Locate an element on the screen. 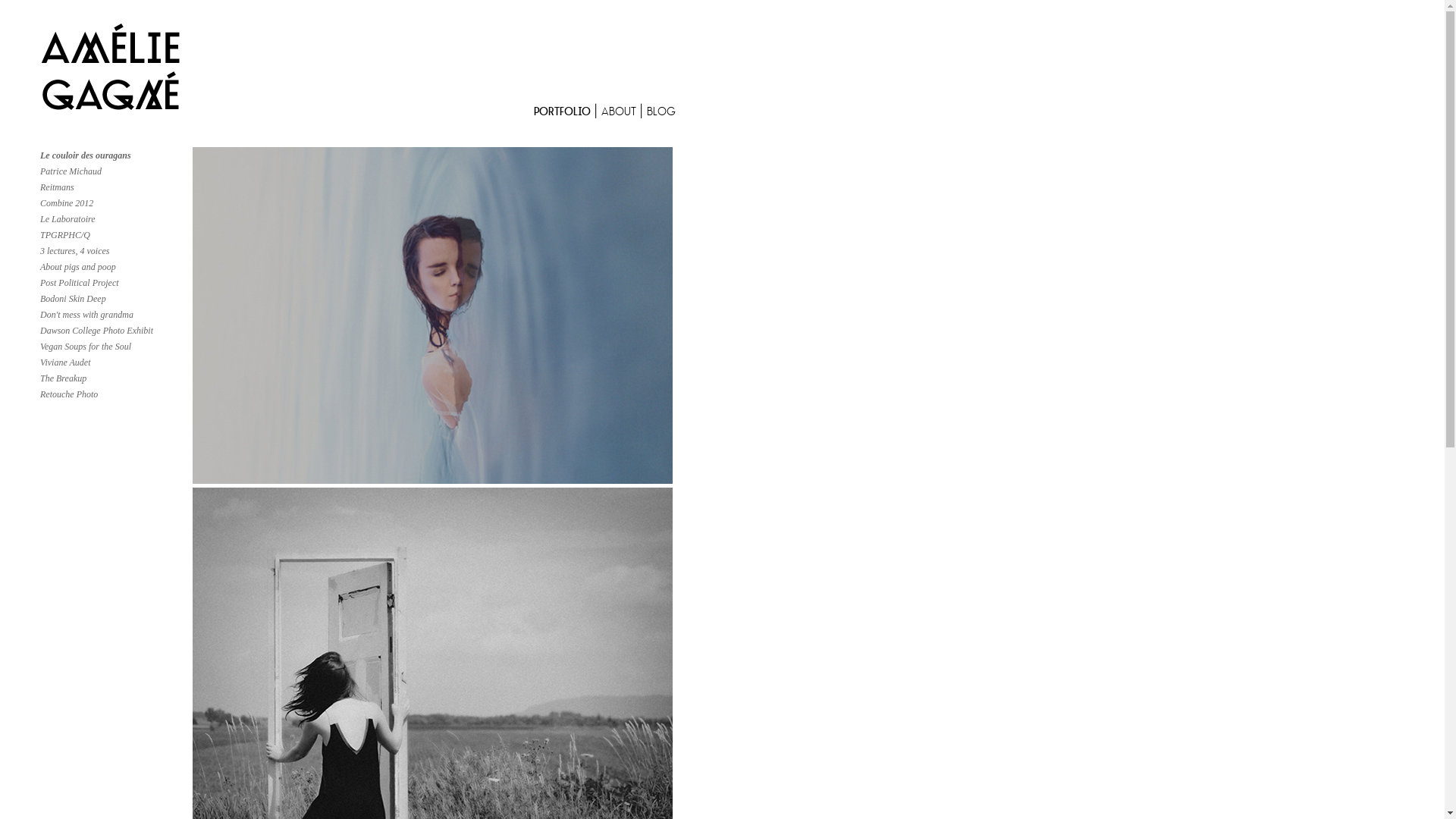 Image resolution: width=1456 pixels, height=819 pixels. 'Don't mess with grandma' is located at coordinates (39, 314).